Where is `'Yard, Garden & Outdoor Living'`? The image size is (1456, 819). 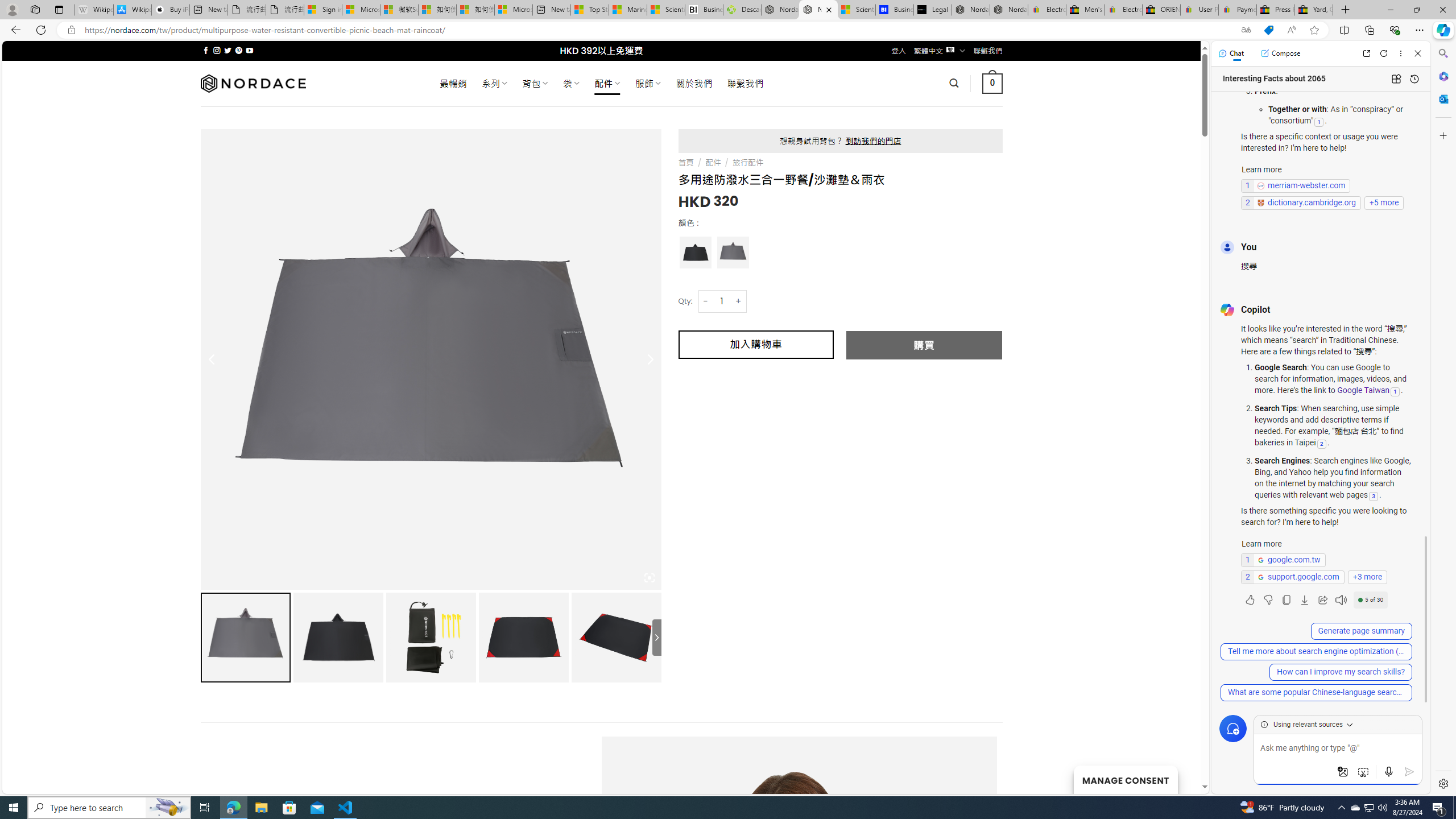 'Yard, Garden & Outdoor Living' is located at coordinates (1314, 9).